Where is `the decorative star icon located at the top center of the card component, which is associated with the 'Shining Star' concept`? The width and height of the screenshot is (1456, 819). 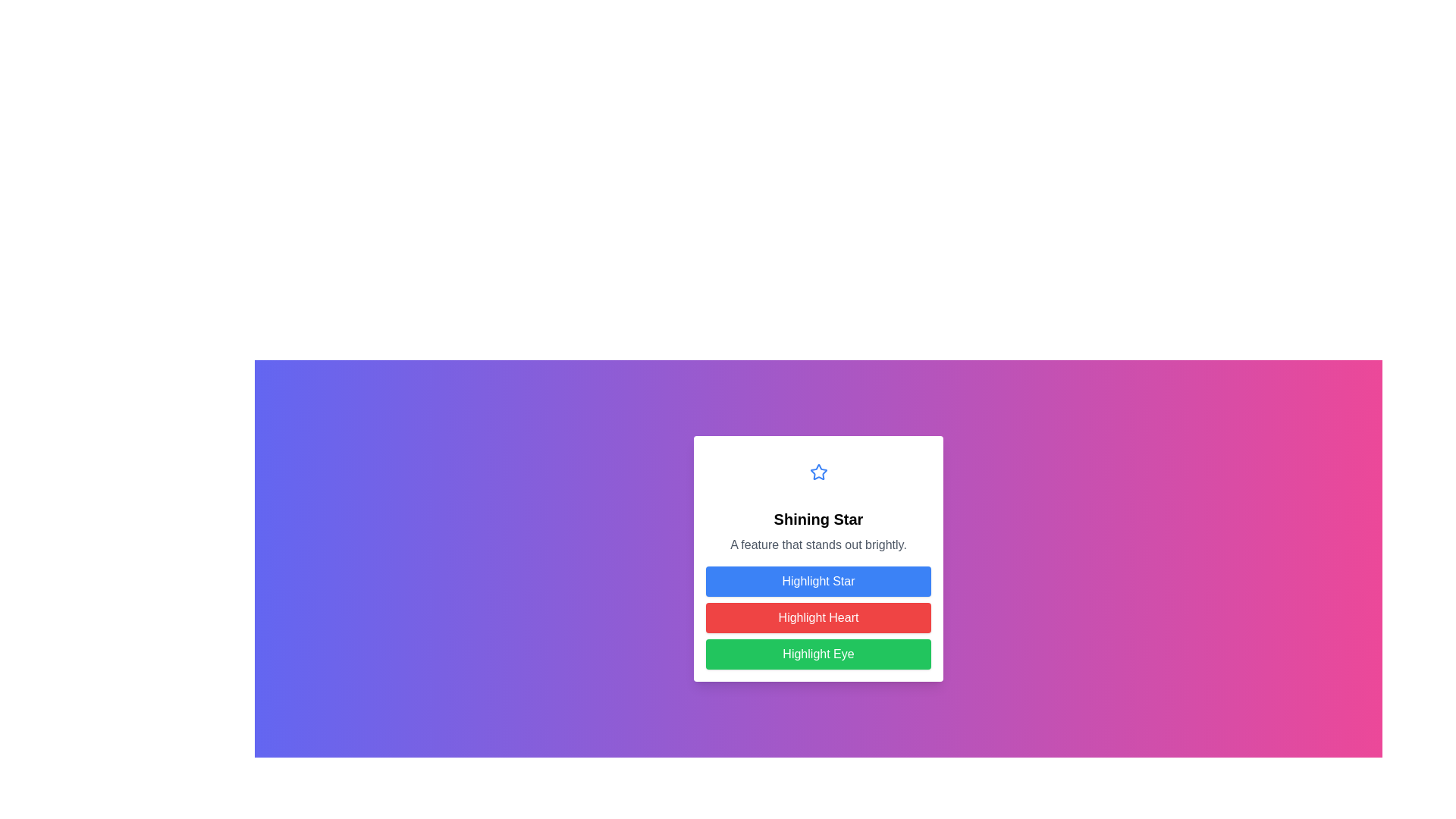
the decorative star icon located at the top center of the card component, which is associated with the 'Shining Star' concept is located at coordinates (817, 472).